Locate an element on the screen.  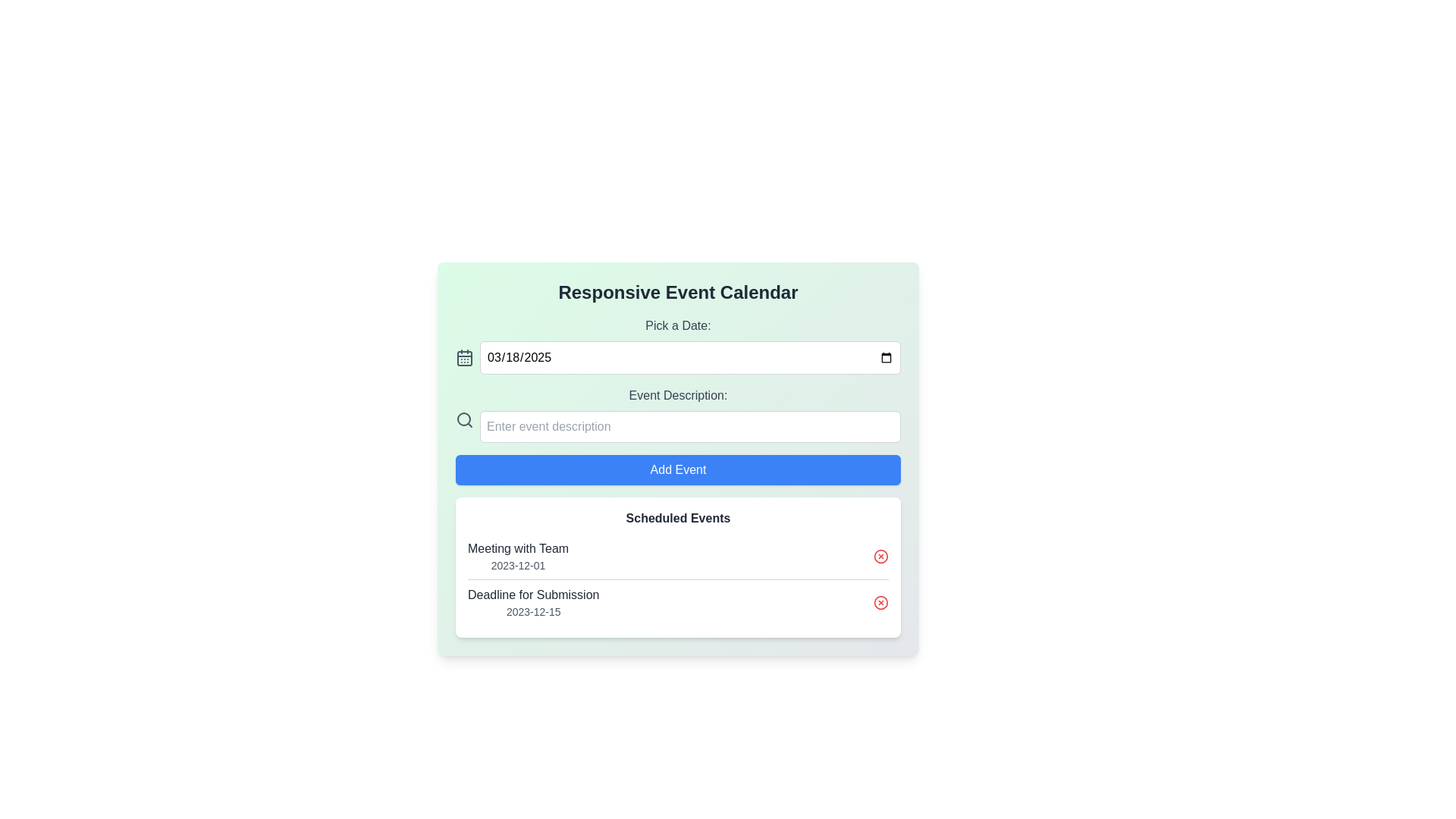
the text label displaying '2023-12-15' is located at coordinates (533, 610).